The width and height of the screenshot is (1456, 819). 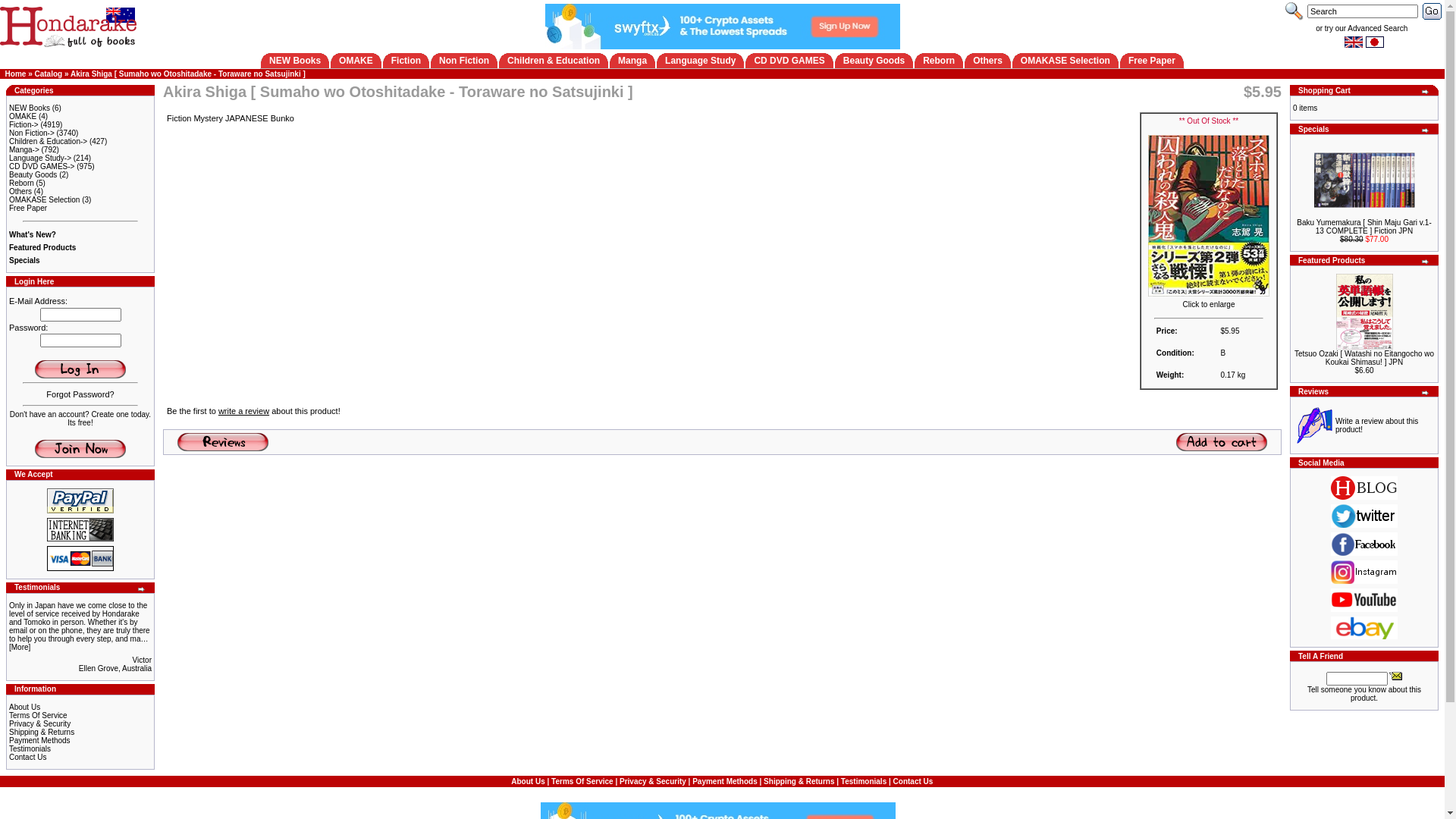 What do you see at coordinates (665, 60) in the screenshot?
I see `'Language Study'` at bounding box center [665, 60].